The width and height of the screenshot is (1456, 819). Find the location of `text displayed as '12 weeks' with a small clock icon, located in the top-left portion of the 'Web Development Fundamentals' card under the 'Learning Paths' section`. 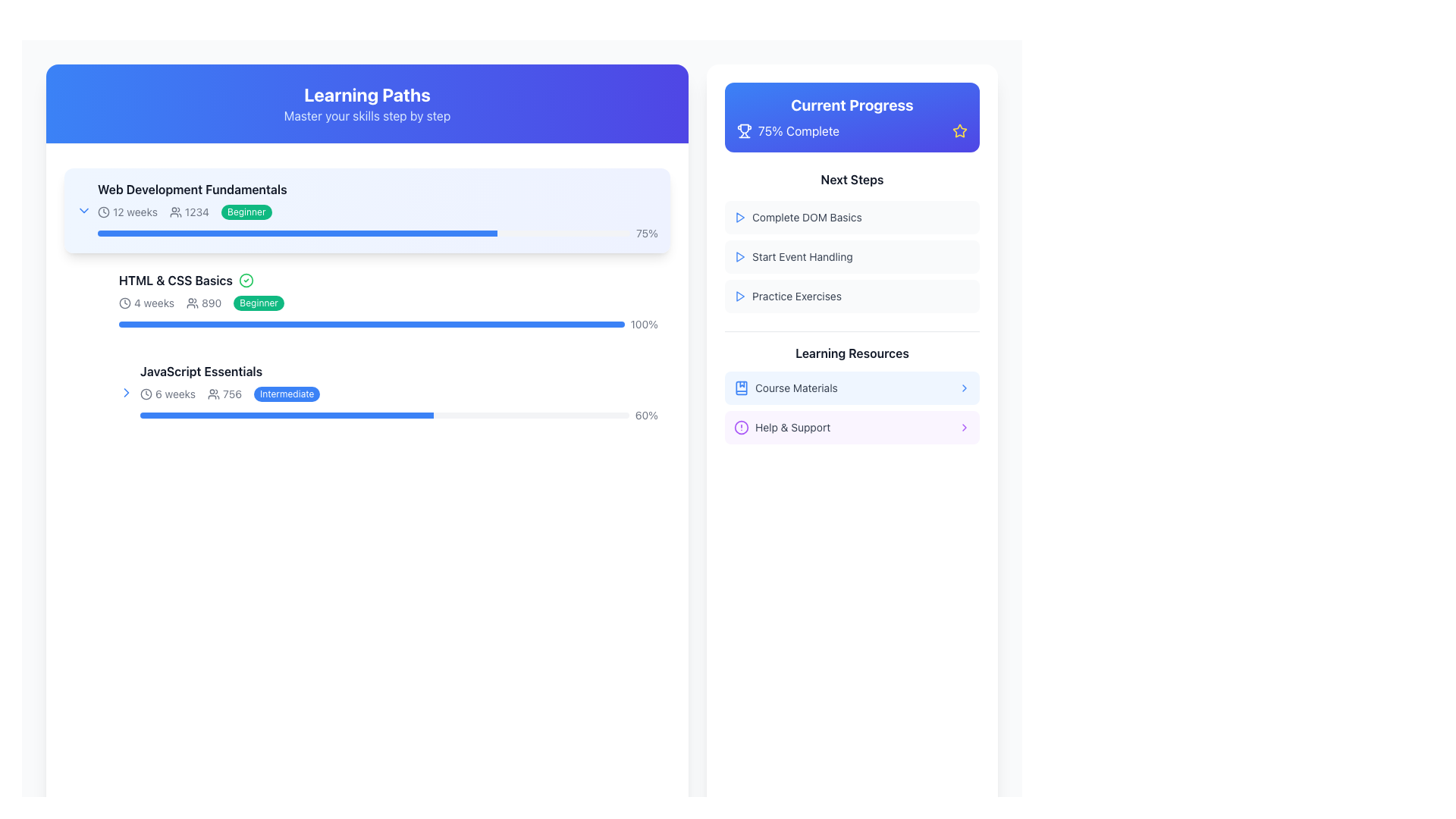

text displayed as '12 weeks' with a small clock icon, located in the top-left portion of the 'Web Development Fundamentals' card under the 'Learning Paths' section is located at coordinates (127, 212).